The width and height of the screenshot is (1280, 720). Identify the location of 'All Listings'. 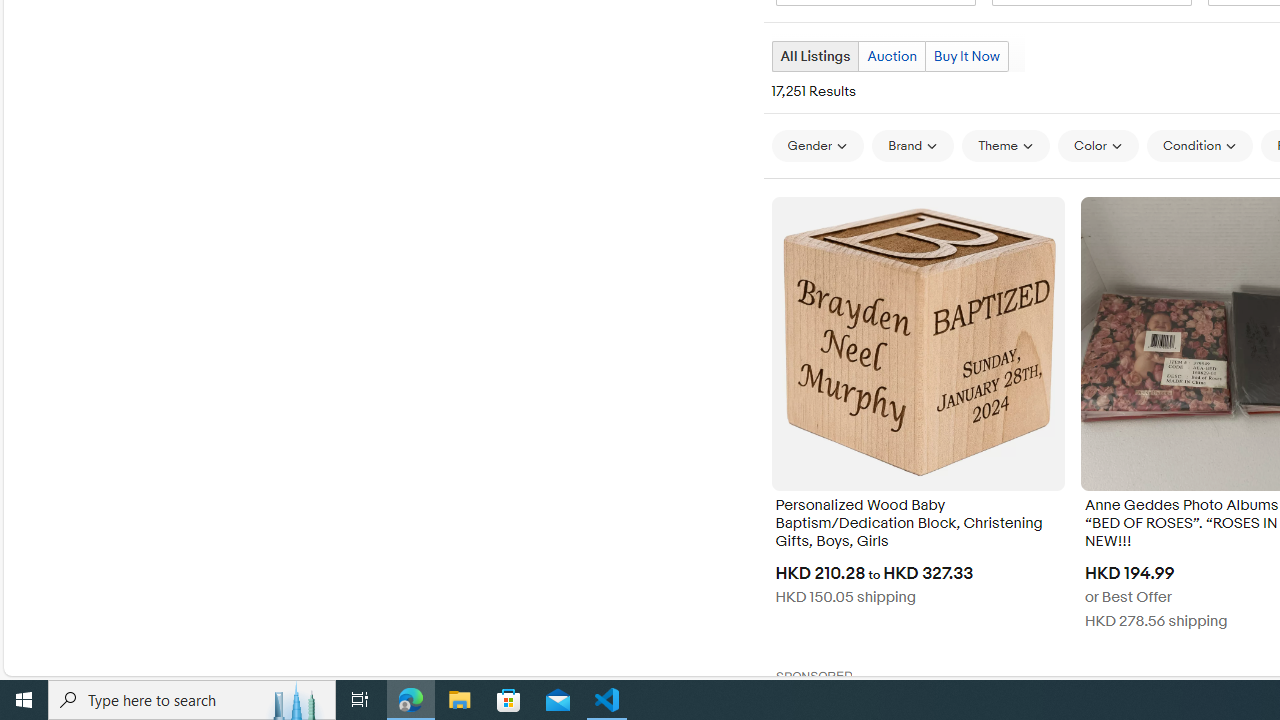
(814, 55).